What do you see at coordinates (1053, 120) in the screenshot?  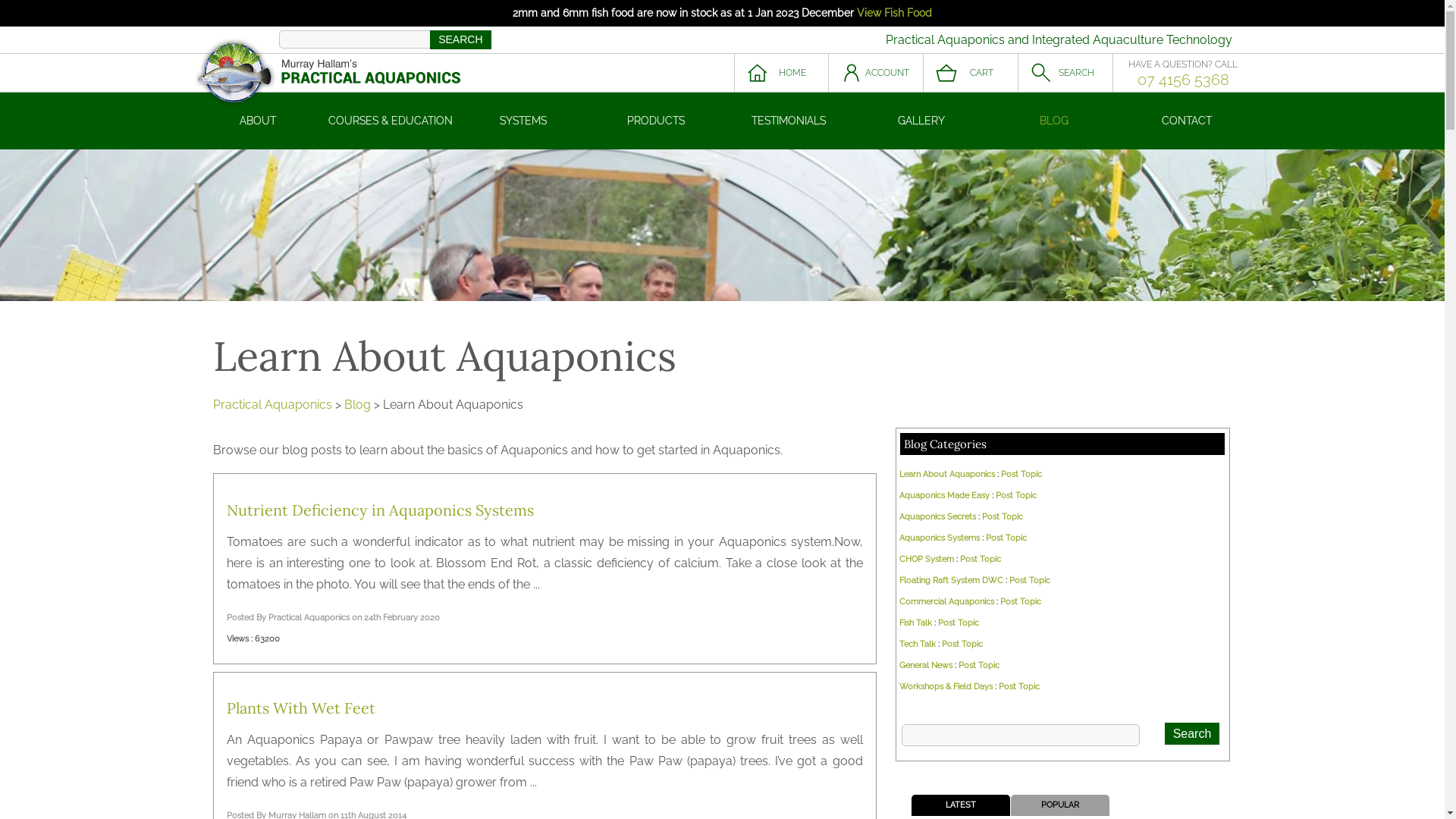 I see `'BLOG'` at bounding box center [1053, 120].